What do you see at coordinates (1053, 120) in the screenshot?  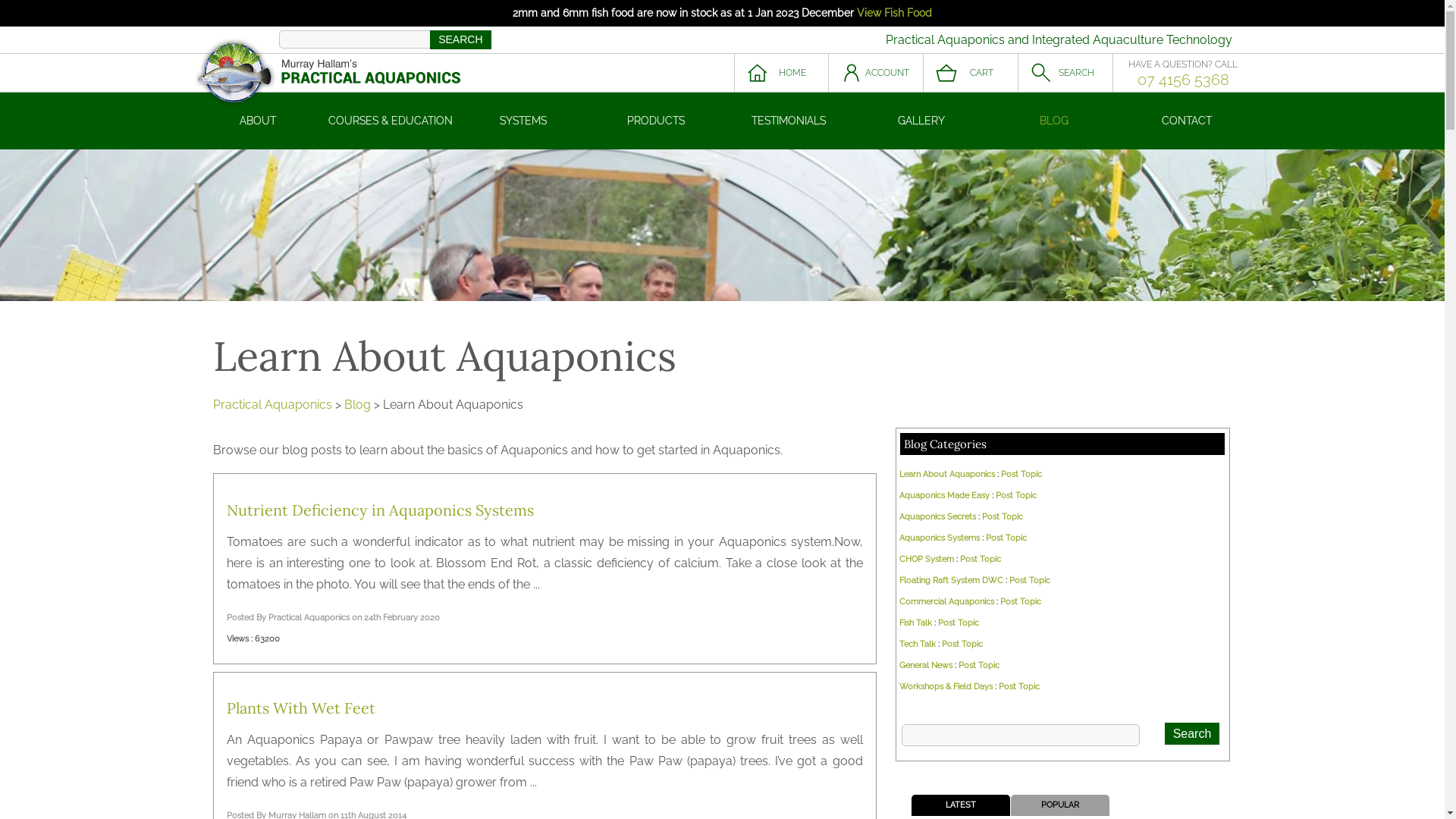 I see `'BLOG'` at bounding box center [1053, 120].